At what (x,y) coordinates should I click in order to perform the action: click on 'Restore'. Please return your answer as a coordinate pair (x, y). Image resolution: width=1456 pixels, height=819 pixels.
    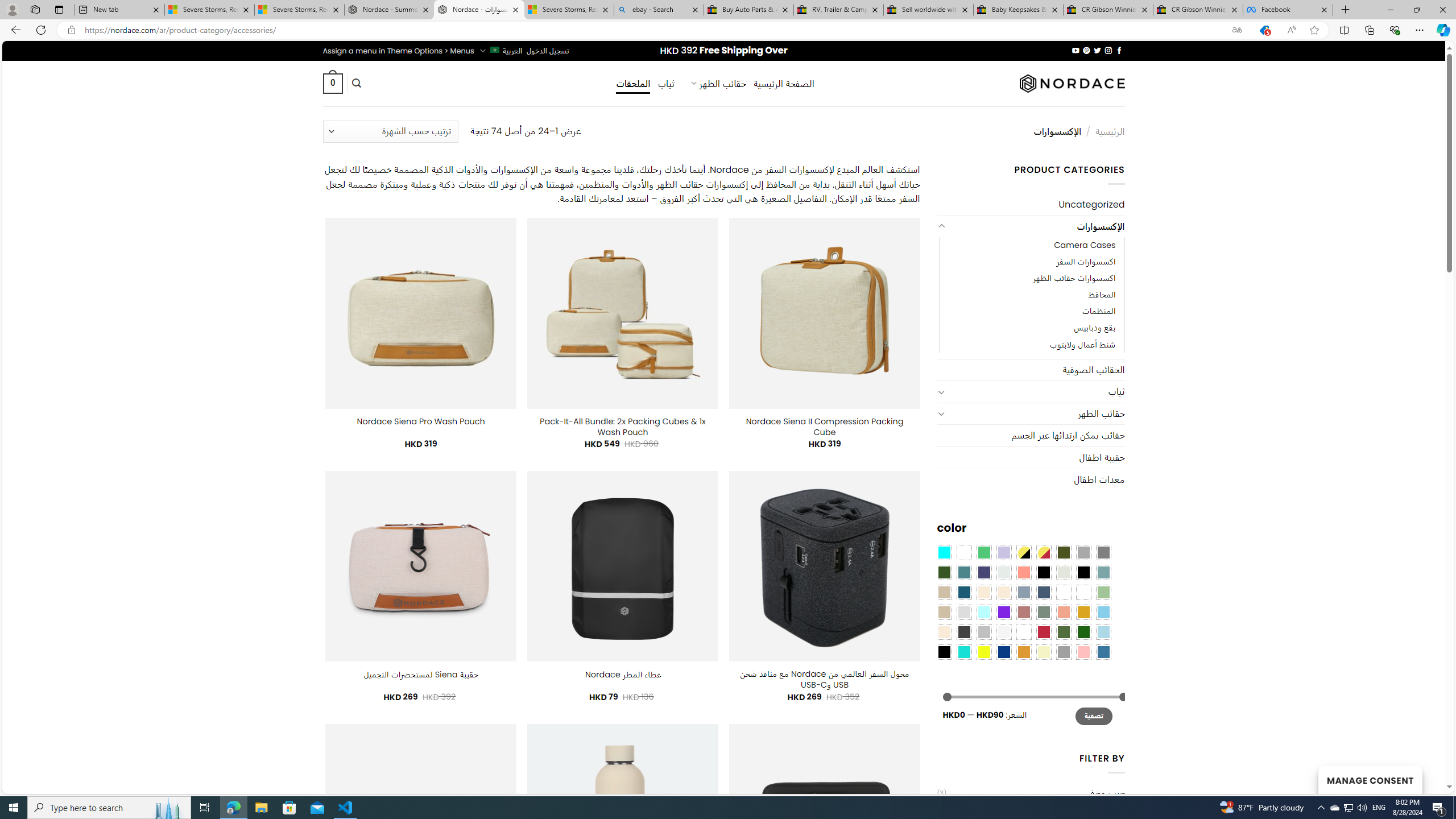
    Looking at the image, I should click on (1416, 9).